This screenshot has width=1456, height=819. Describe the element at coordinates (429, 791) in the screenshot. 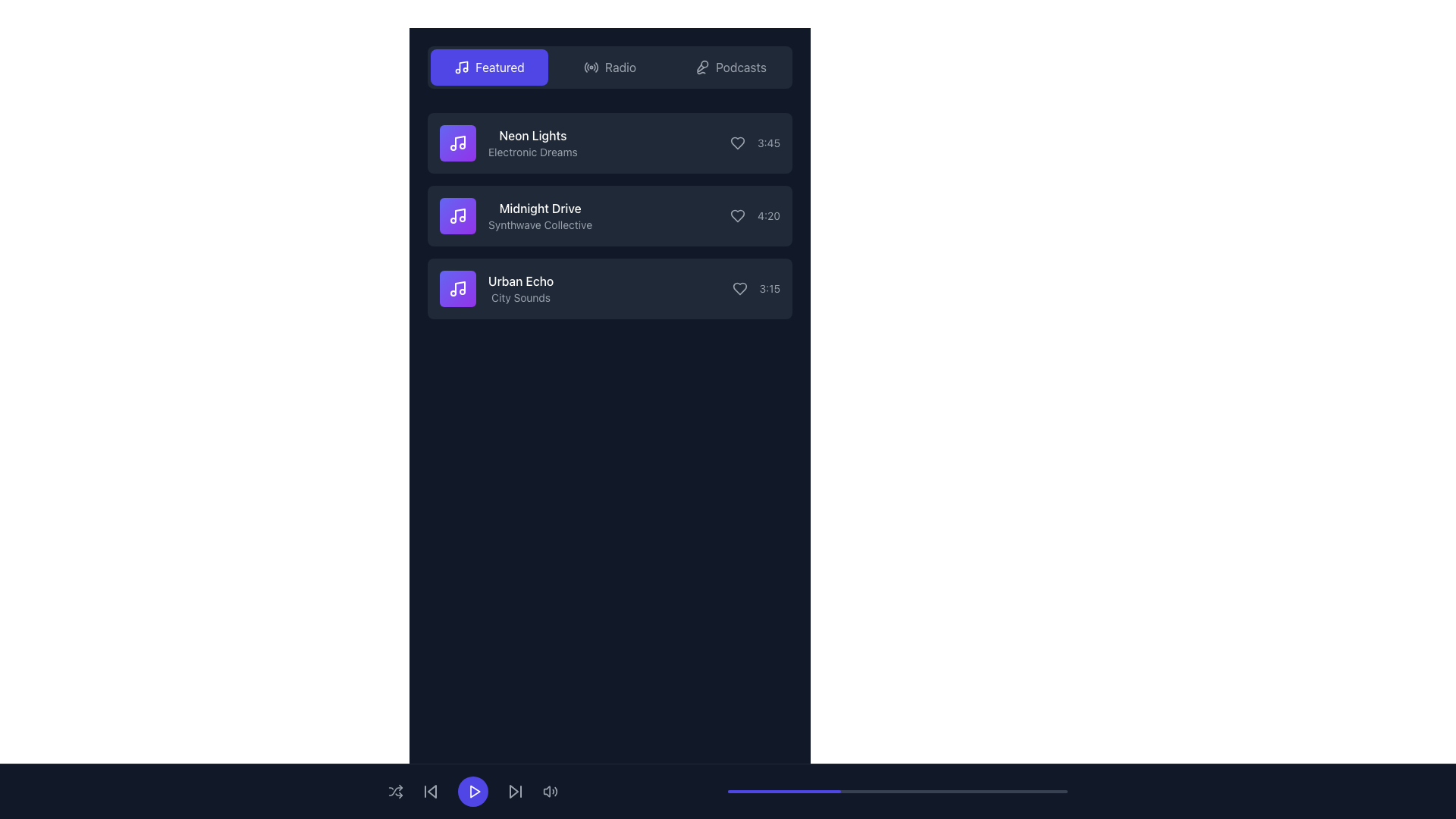

I see `the small triangular-shaped 'skip back' button located at the bottom of the interface to change its color from gray to white` at that location.